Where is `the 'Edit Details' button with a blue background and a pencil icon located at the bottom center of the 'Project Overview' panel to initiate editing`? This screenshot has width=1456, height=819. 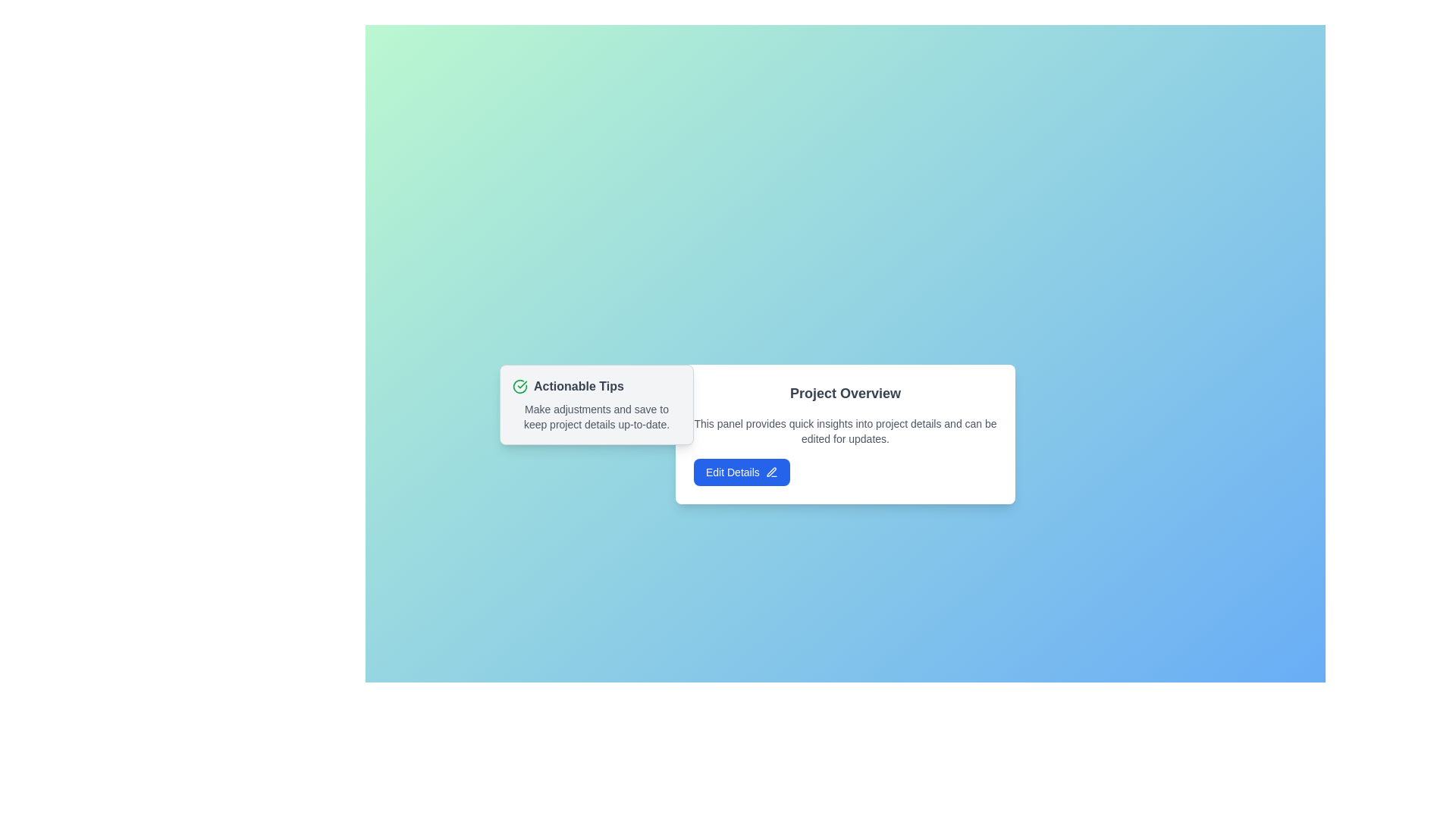
the 'Edit Details' button with a blue background and a pencil icon located at the bottom center of the 'Project Overview' panel to initiate editing is located at coordinates (742, 472).